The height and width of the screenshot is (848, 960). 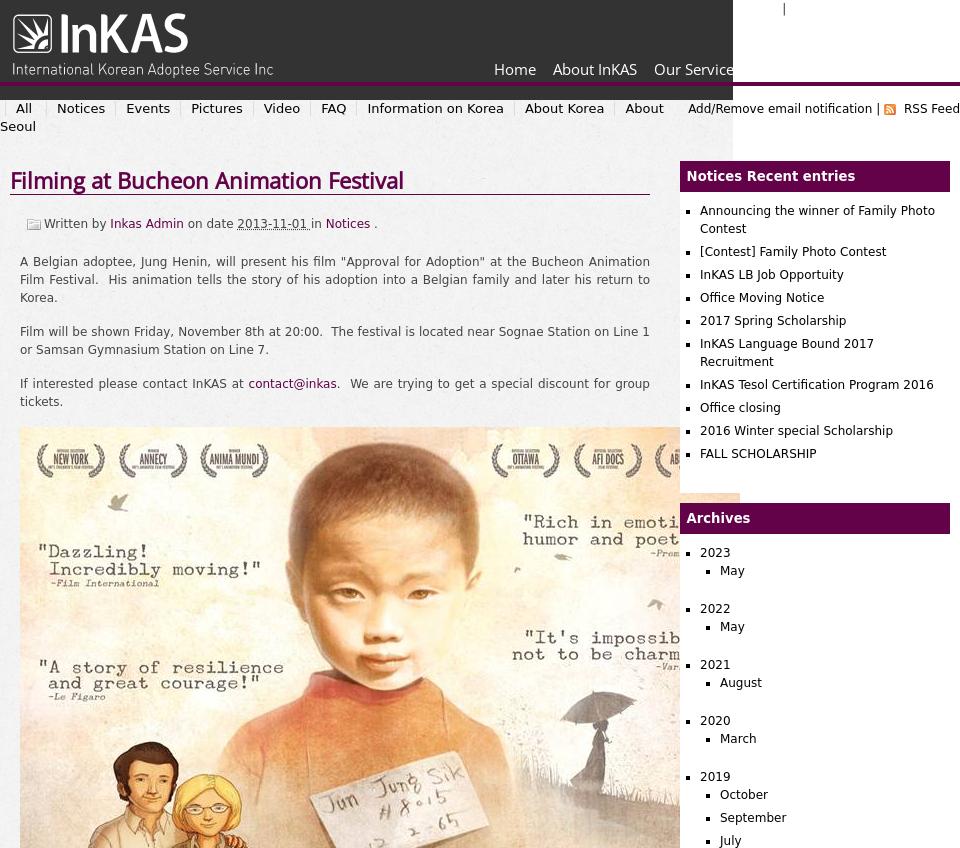 What do you see at coordinates (206, 180) in the screenshot?
I see `'Filming at Bucheon Animation Festival'` at bounding box center [206, 180].